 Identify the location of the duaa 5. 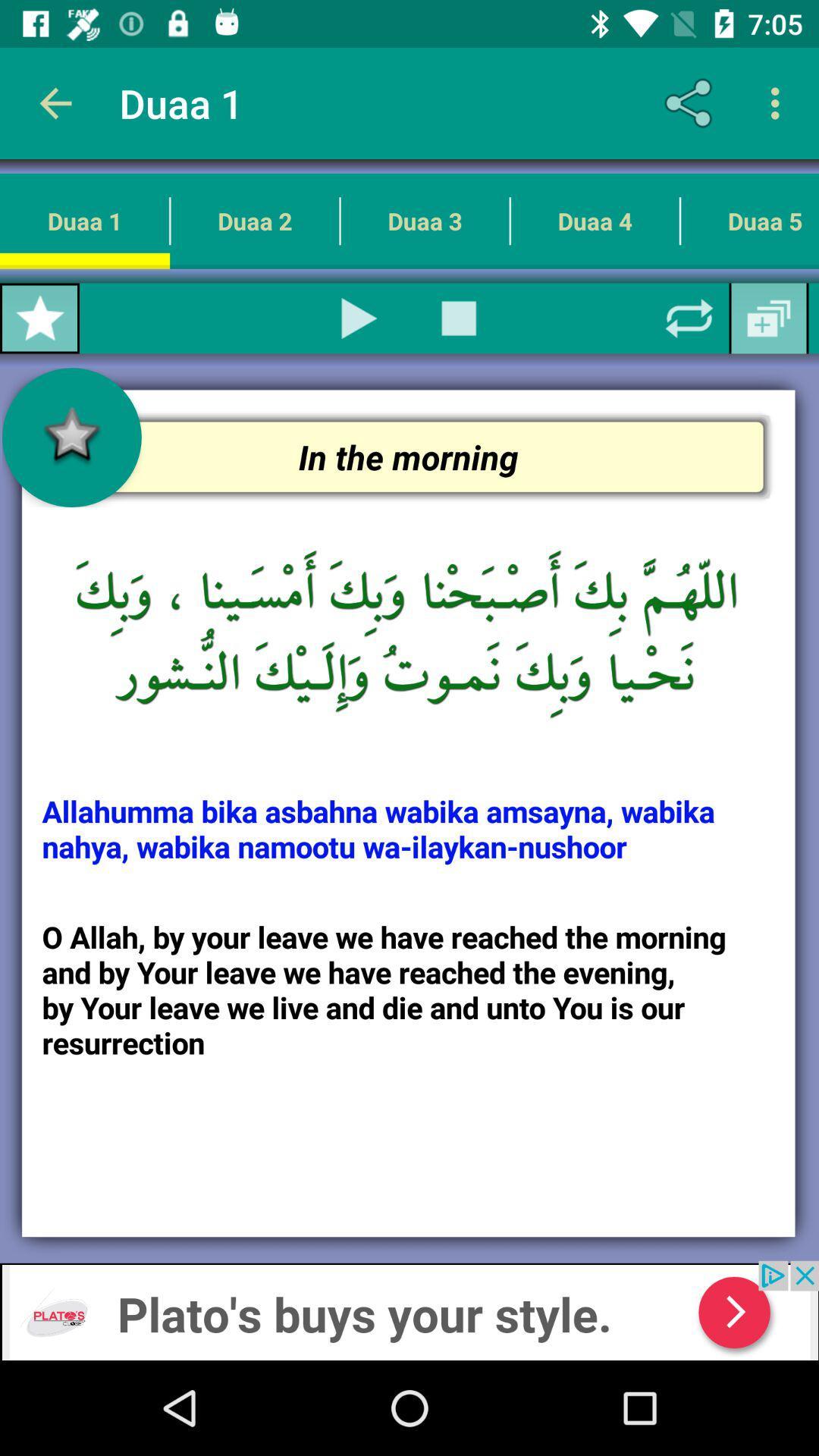
(748, 220).